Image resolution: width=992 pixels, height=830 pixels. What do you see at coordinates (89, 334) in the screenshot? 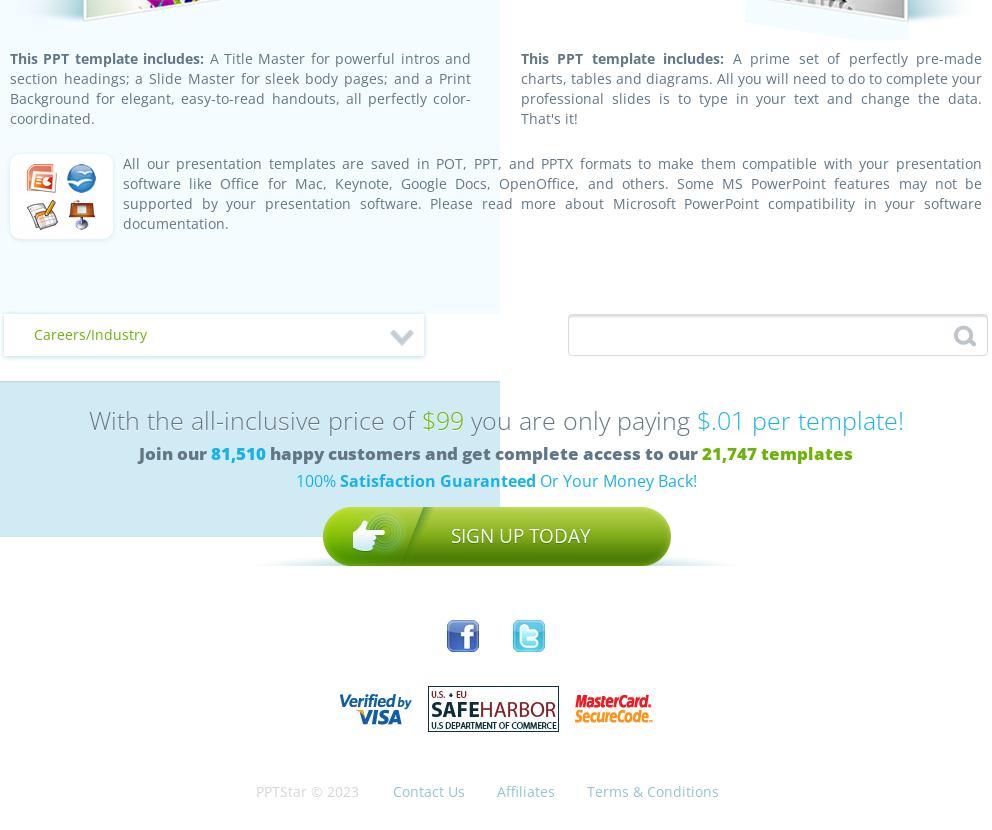
I see `'Careers/Industry'` at bounding box center [89, 334].